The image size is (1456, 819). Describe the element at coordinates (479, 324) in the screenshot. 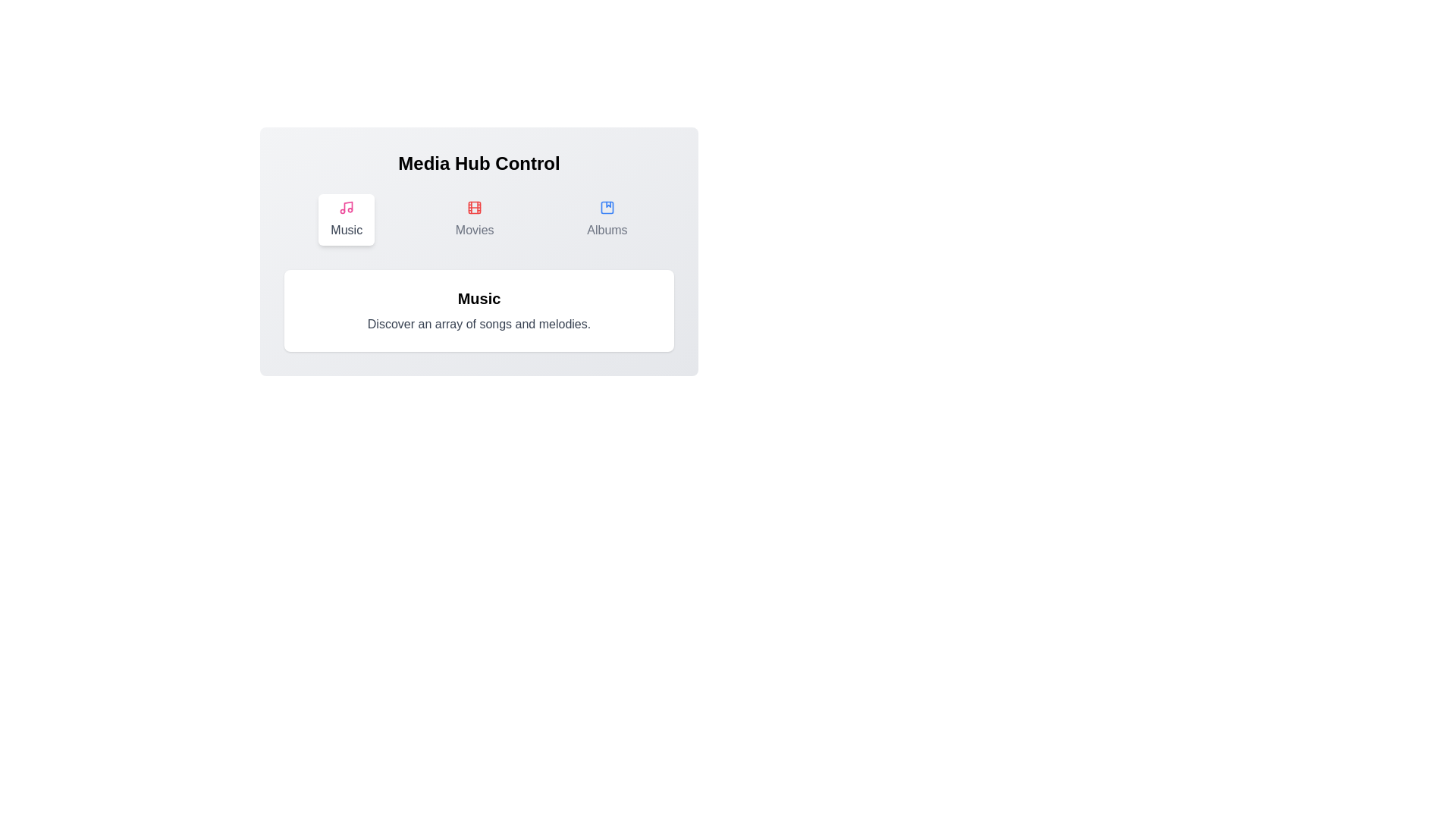

I see `the descriptive text to select it` at that location.